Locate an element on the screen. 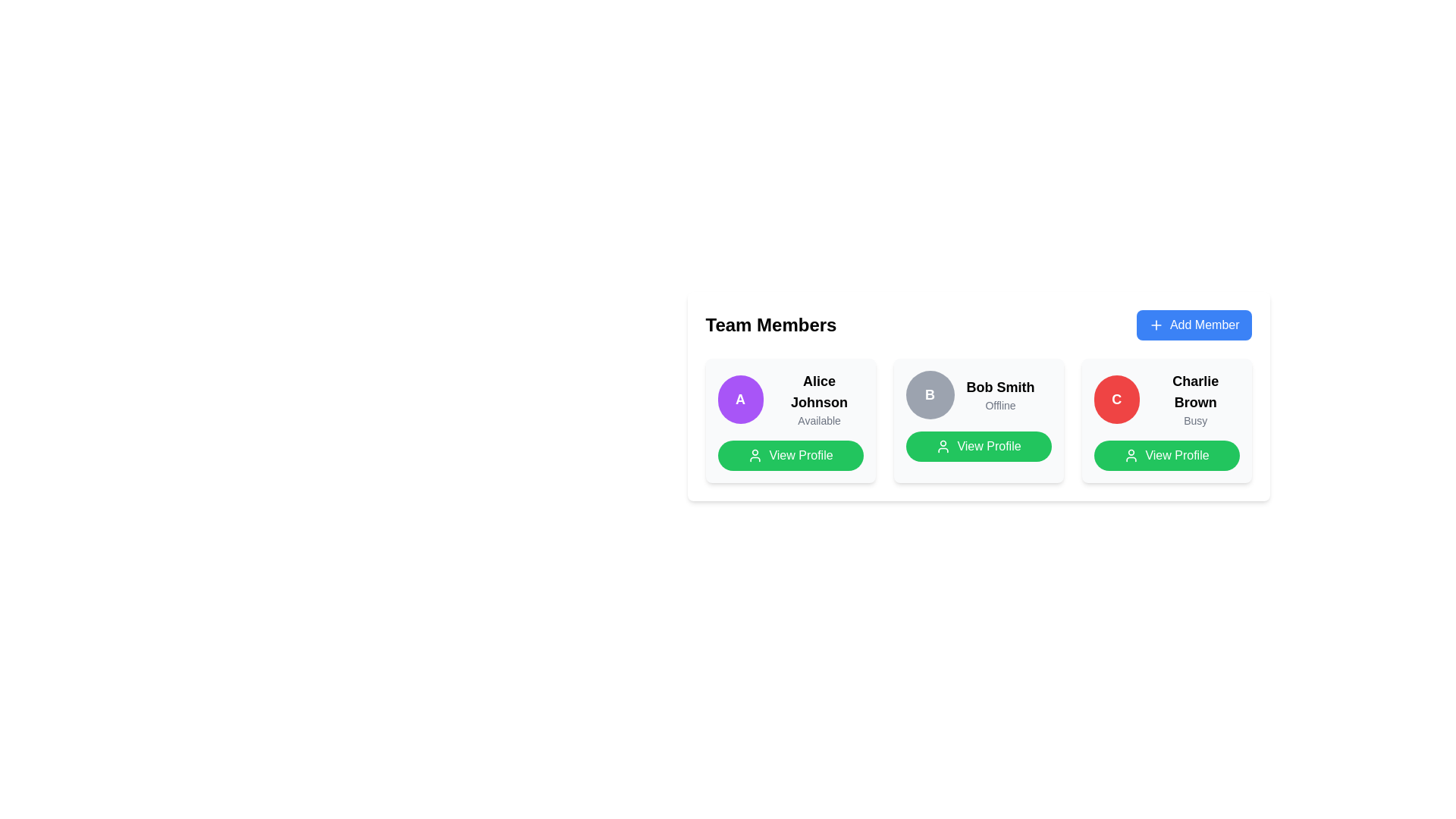  text displayed in the Text Label that shows the user's name and status, located at the top of a card-like structure next to a circular avatar with a purple background and the letter 'A' in white is located at coordinates (818, 399).